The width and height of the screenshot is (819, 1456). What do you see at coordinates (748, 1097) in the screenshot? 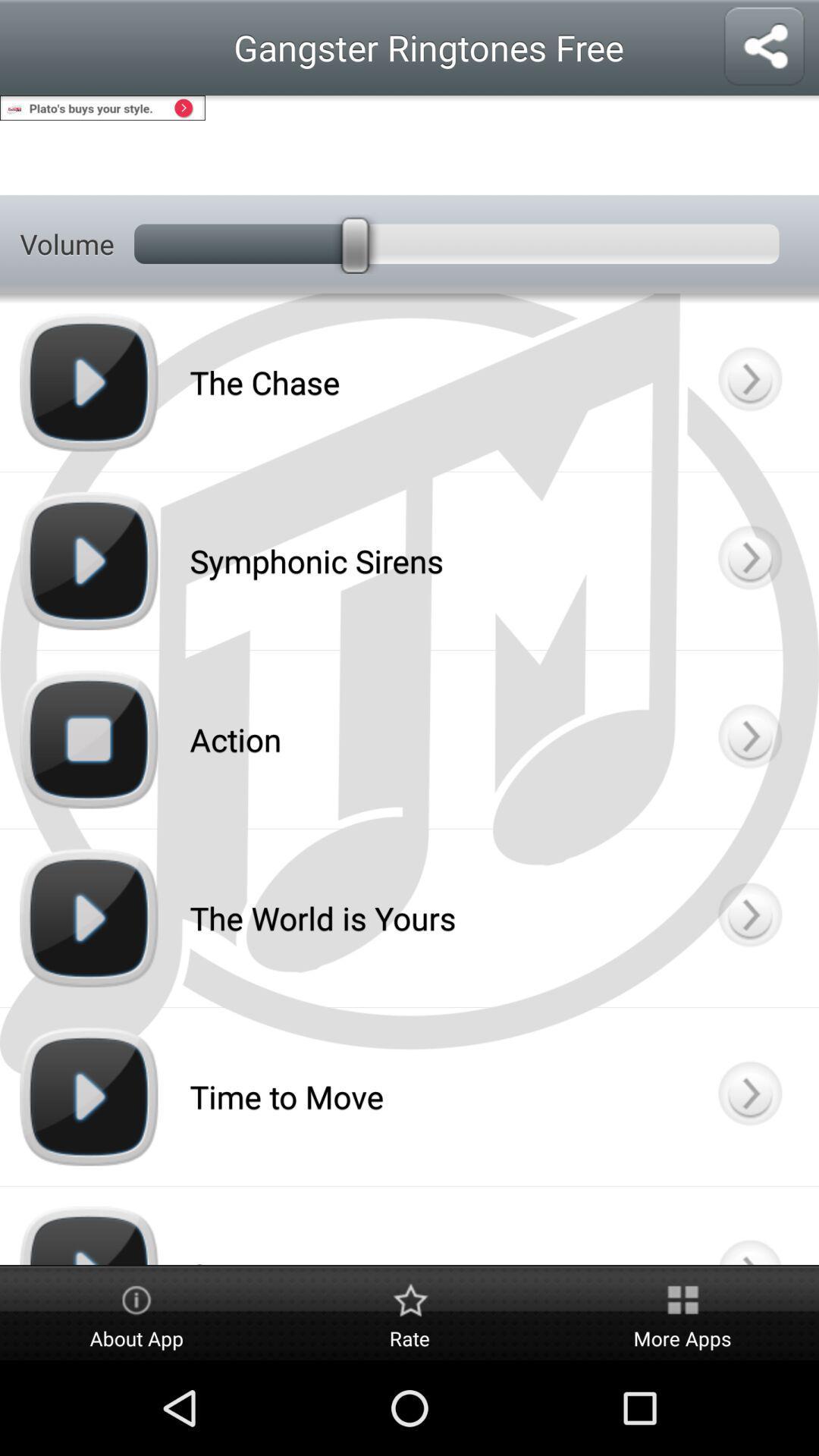
I see `ringtone` at bounding box center [748, 1097].